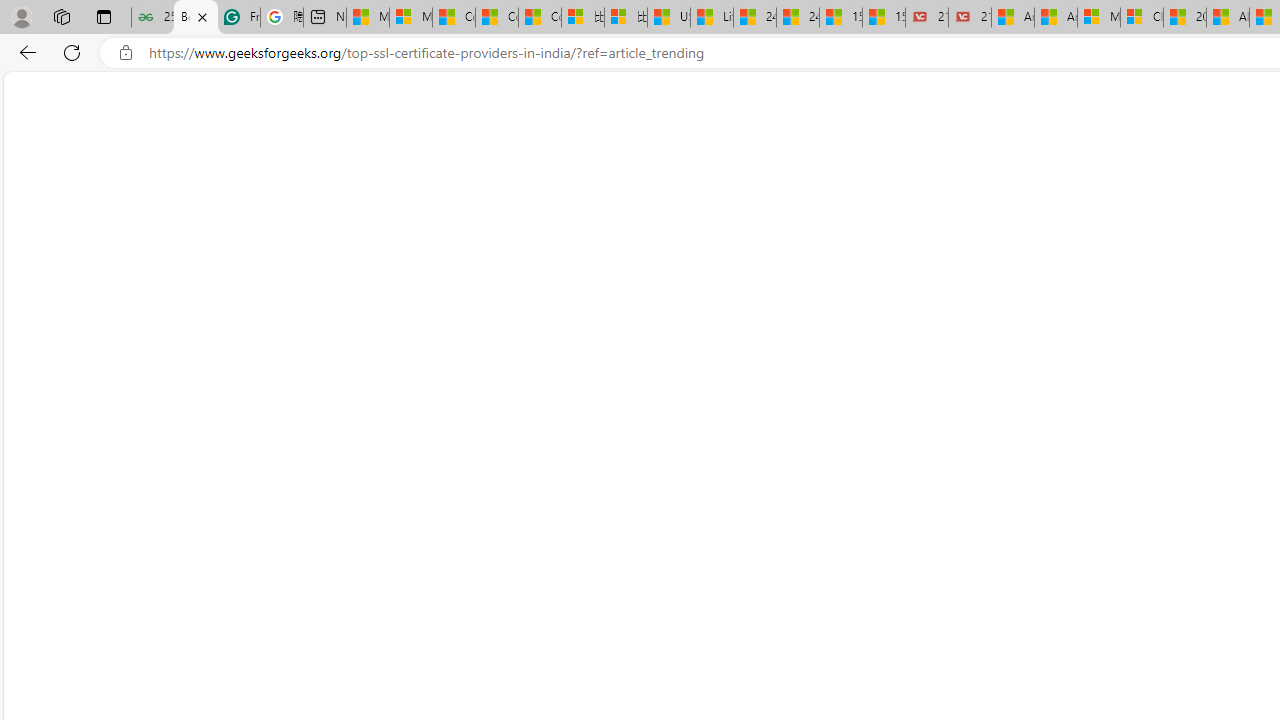 This screenshot has height=720, width=1280. I want to click on '21 Movies That Outdid the Books They Were Based On', so click(969, 17).